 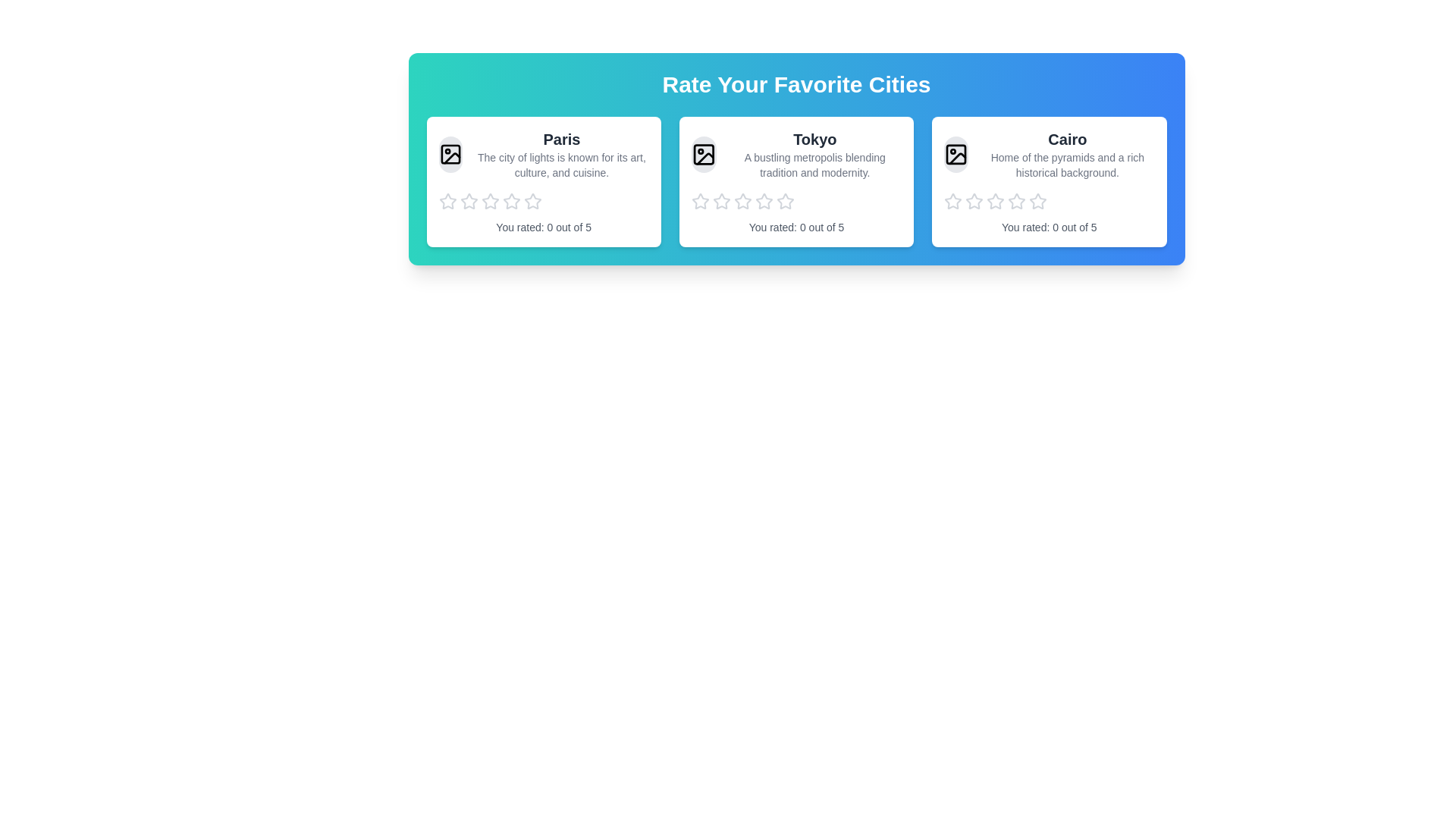 I want to click on the star in the Rating control located in the 'Cairo' section, so click(x=1048, y=201).